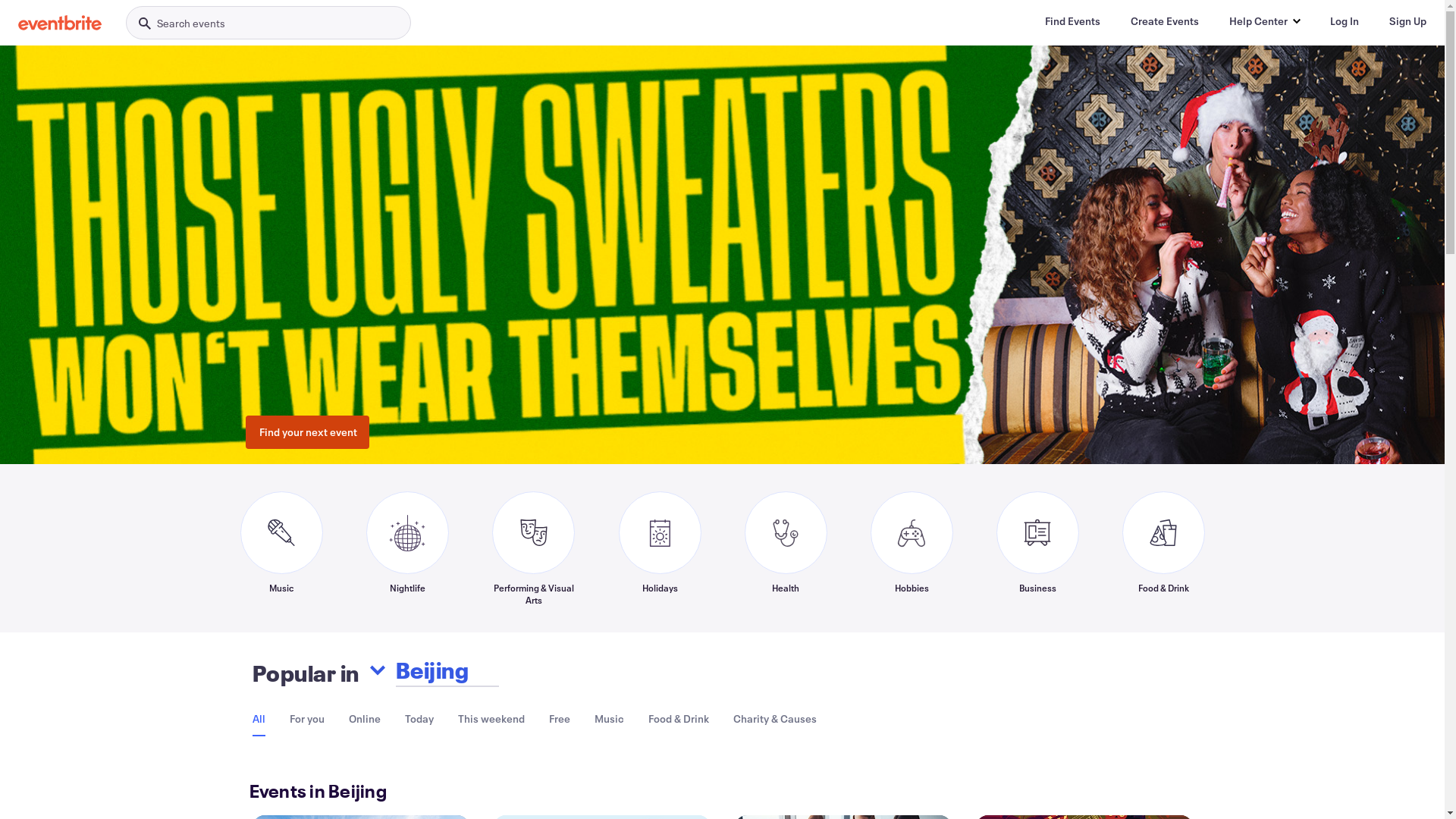  What do you see at coordinates (1164, 20) in the screenshot?
I see `'Create Events'` at bounding box center [1164, 20].